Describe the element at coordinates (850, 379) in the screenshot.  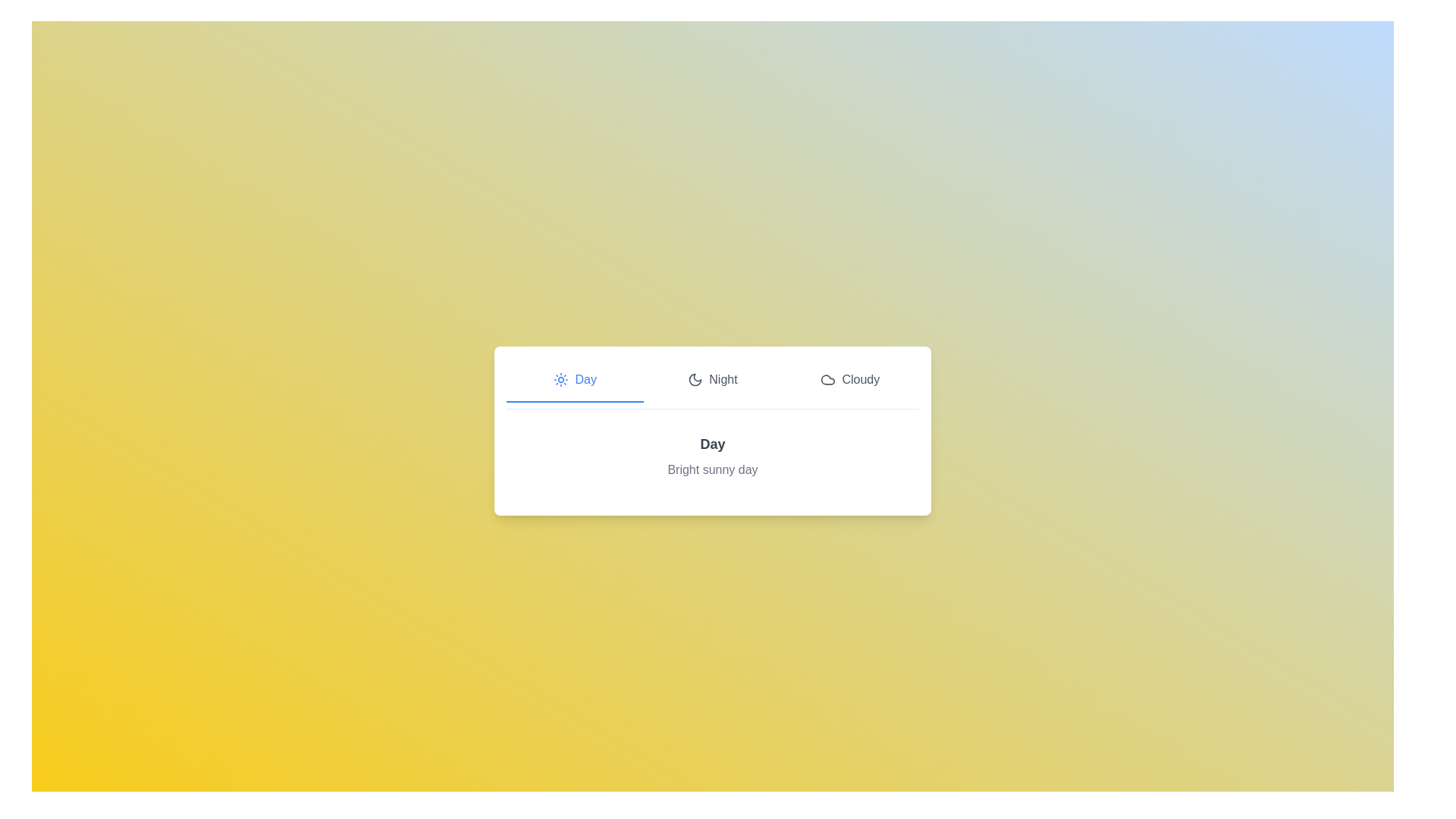
I see `the tab Cloudy to view its content` at that location.